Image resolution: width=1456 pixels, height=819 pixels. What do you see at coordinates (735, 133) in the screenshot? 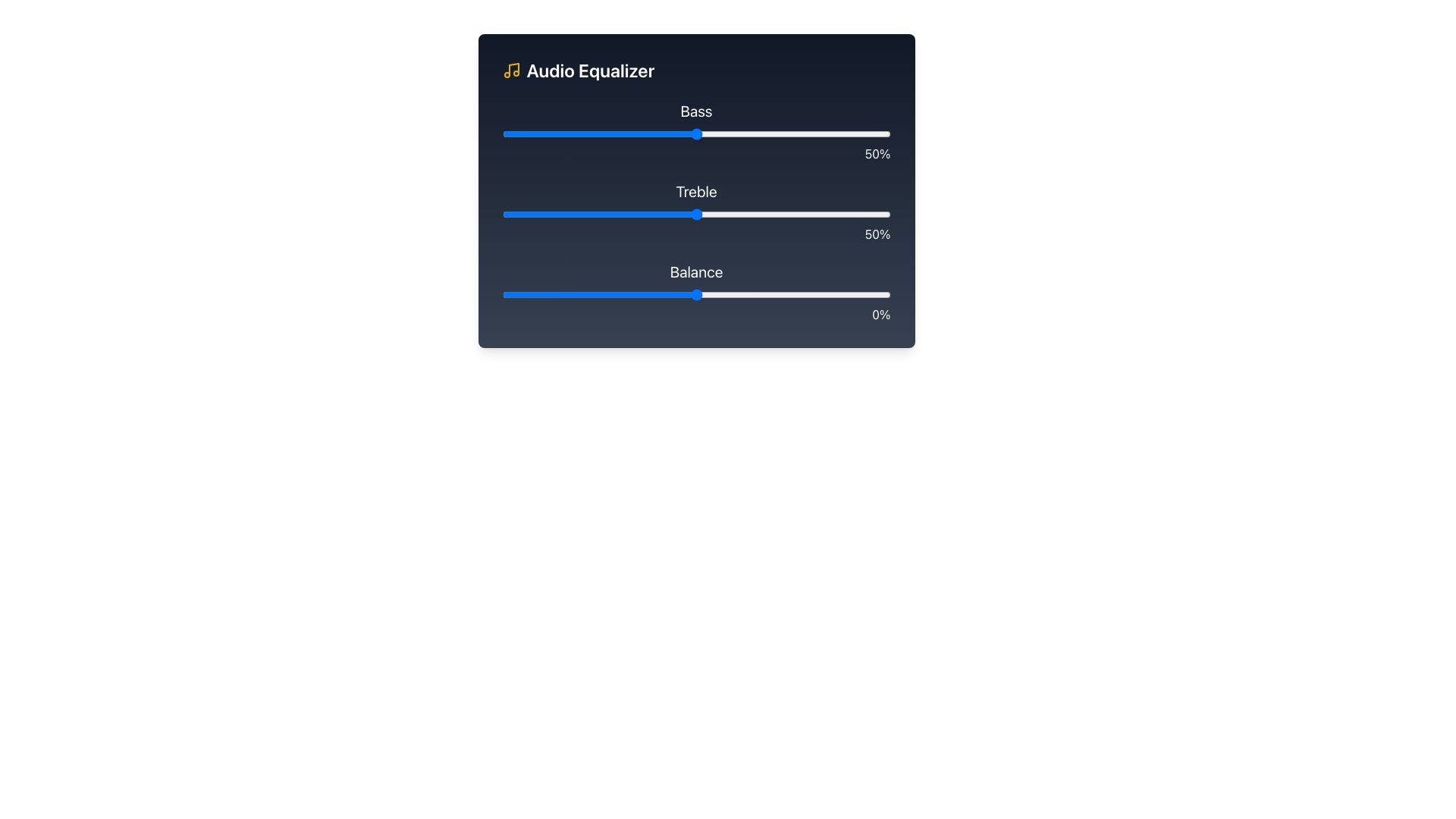
I see `the bass level` at bounding box center [735, 133].